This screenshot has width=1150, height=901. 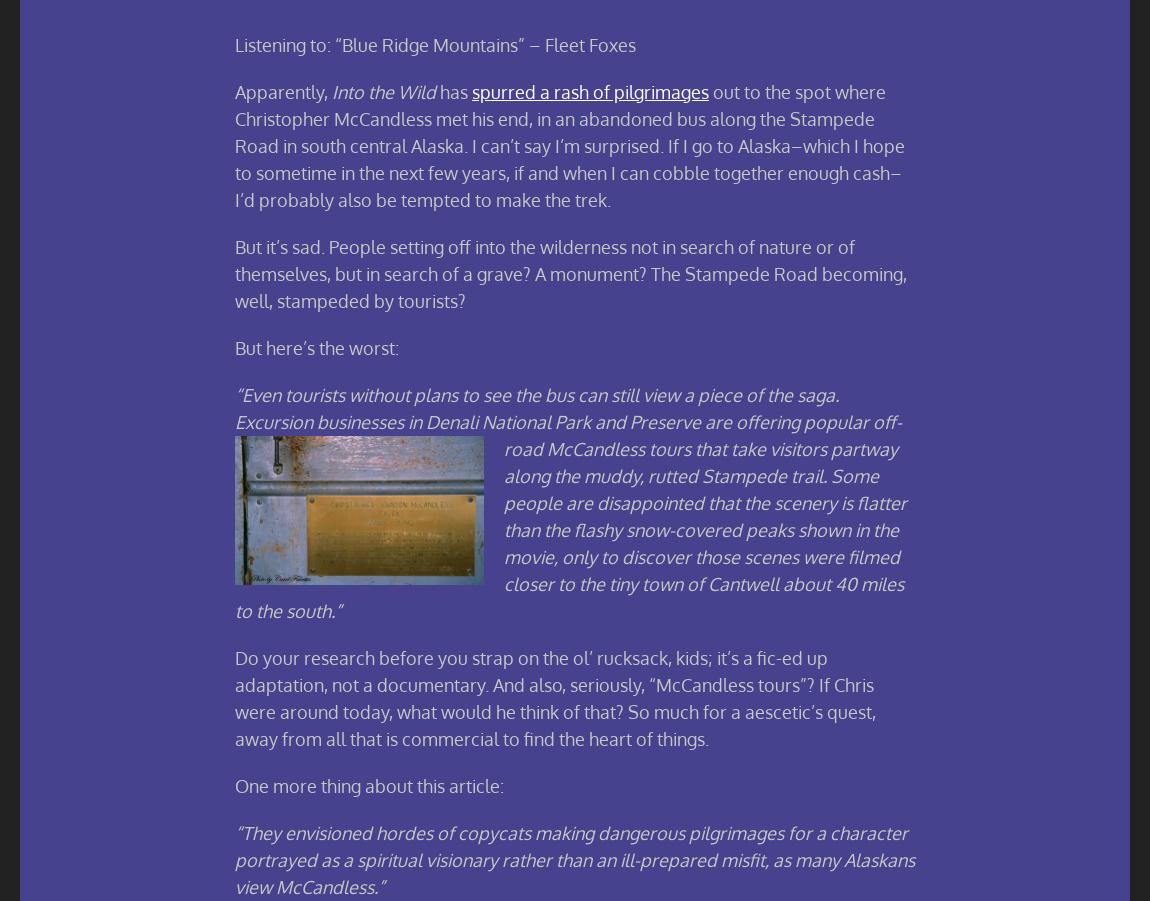 I want to click on '“They envisioned hordes of copycats making dangerous pilgrimages for a character portrayed as a spiritual visionary rather than an ill-prepared misfit, as many Alaskans view McCandless.”', so click(x=575, y=859).